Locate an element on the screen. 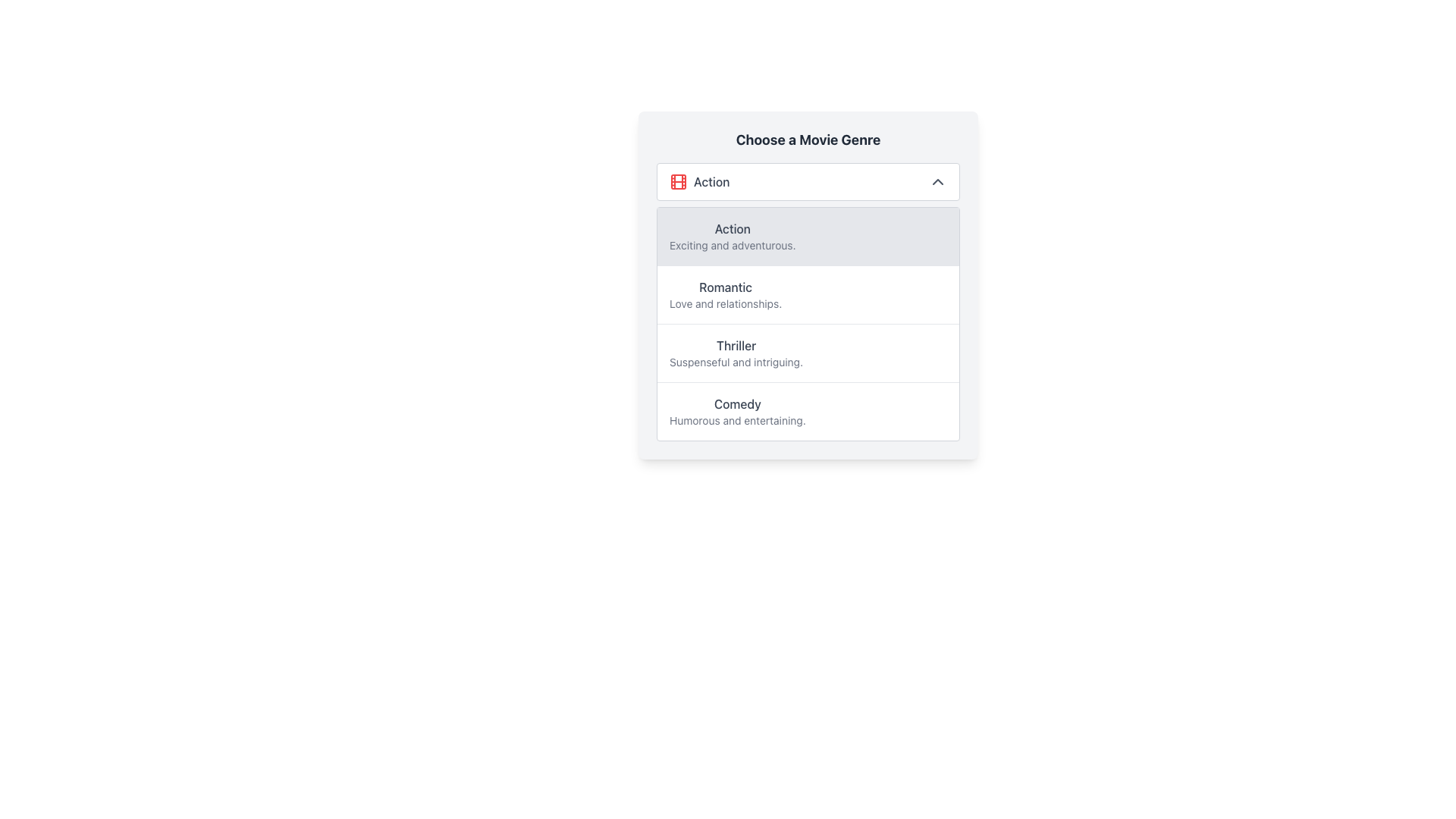  the static text label providing a descriptive subtitle for the 'Comedy' genre, located beneath the 'Comedy' title and positioned as the fourth entry in the movie genre list is located at coordinates (737, 421).